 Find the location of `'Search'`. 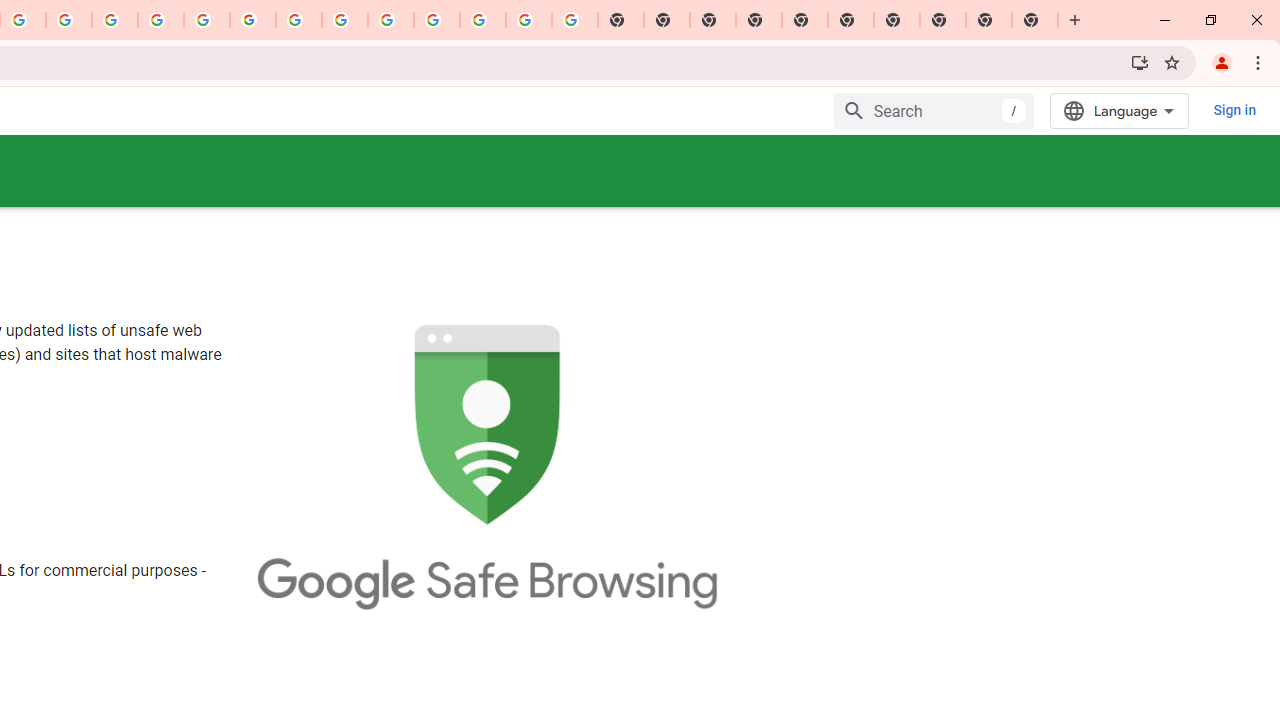

'Search' is located at coordinates (932, 110).